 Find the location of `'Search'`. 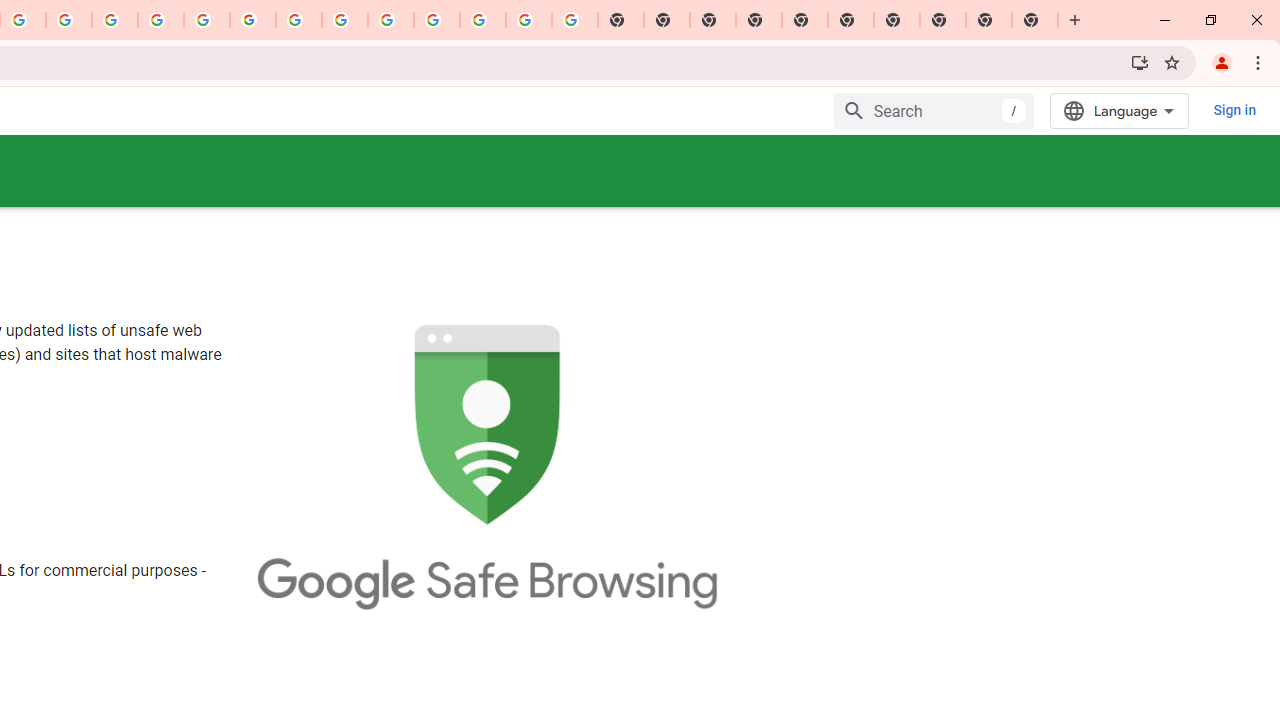

'Search' is located at coordinates (932, 110).